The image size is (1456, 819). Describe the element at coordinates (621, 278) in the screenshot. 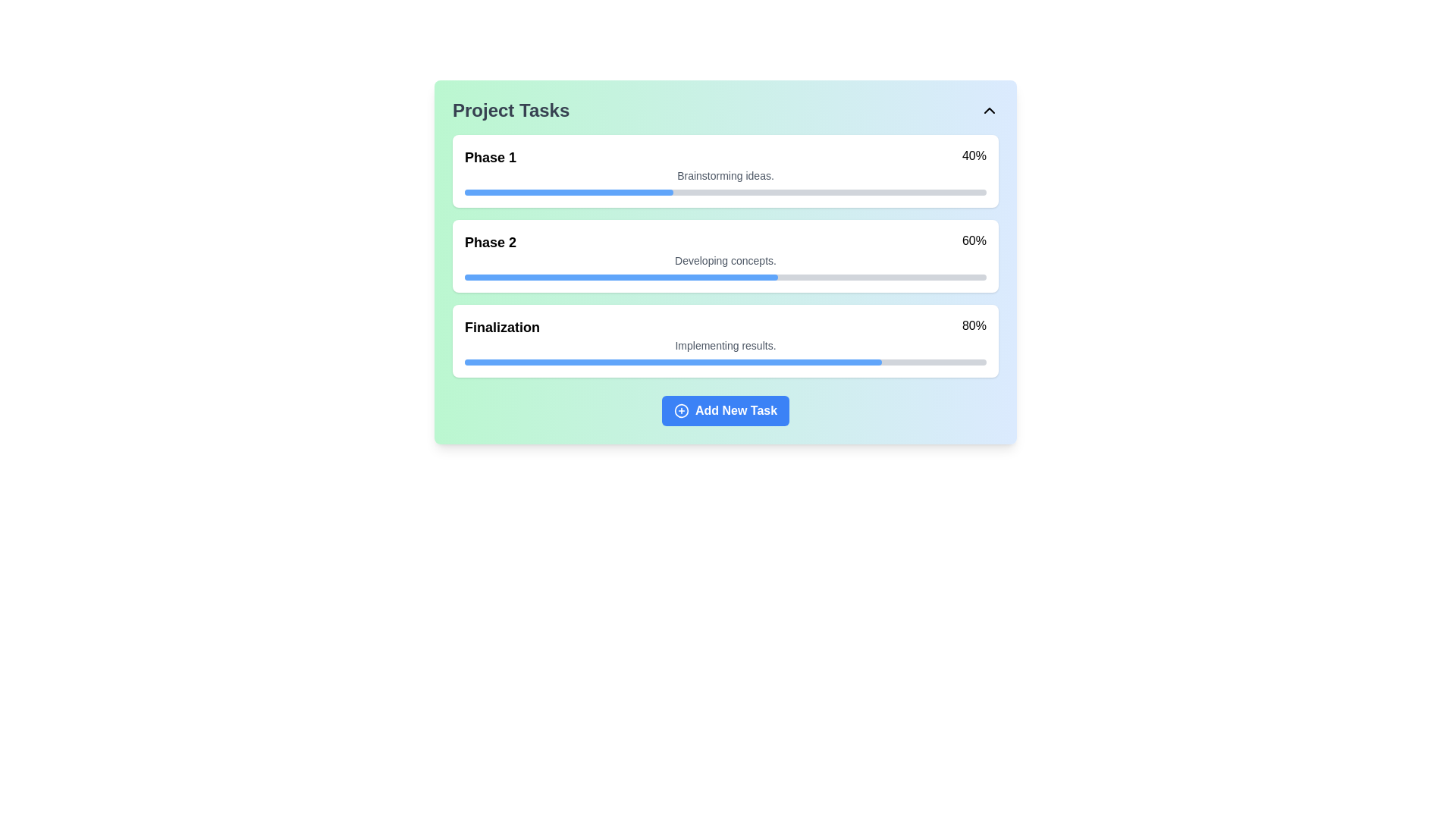

I see `the blue Partial Progress Bar located in the 'Phase 2' section, which reflects a portion of completion, by moving the cursor to its center point` at that location.